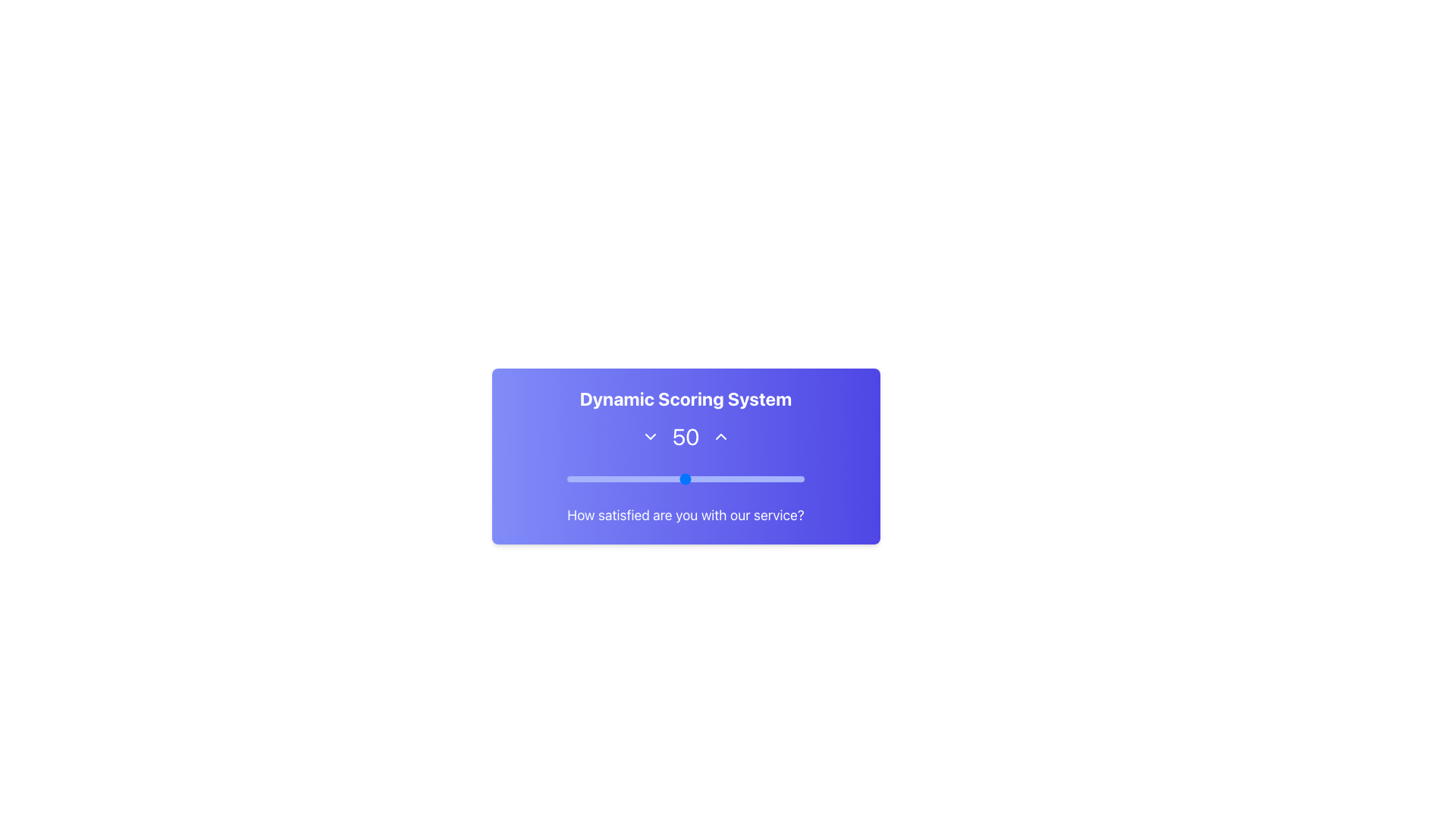  Describe the element at coordinates (720, 436) in the screenshot. I see `the increment button icon located to the right of the number '50' in the 'Dynamic Scoring System' panel for a visual effect` at that location.